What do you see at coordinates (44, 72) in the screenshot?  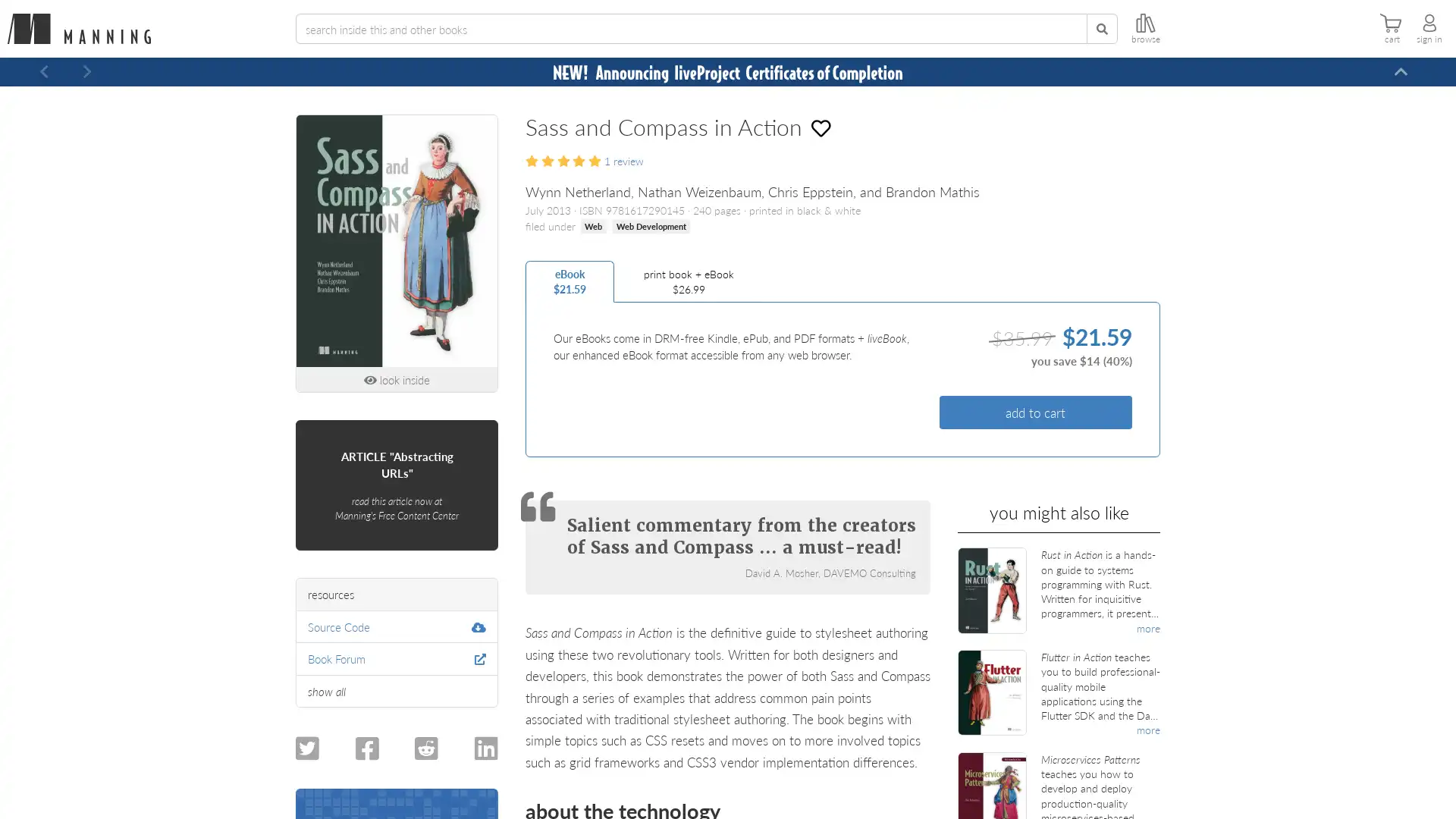 I see `Previous` at bounding box center [44, 72].